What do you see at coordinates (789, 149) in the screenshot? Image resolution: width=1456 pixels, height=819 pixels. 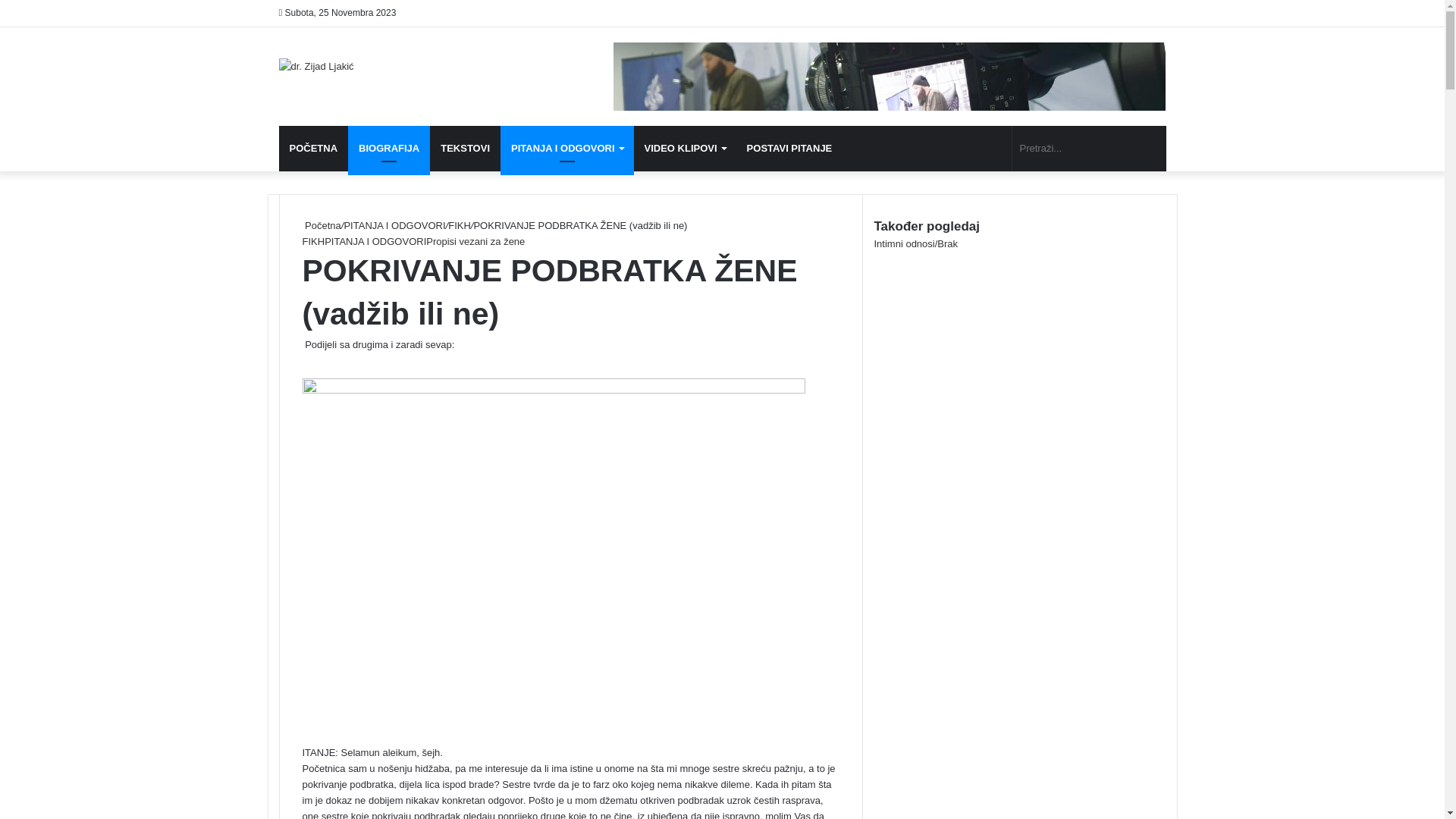 I see `'POSTAVI PITANJE'` at bounding box center [789, 149].